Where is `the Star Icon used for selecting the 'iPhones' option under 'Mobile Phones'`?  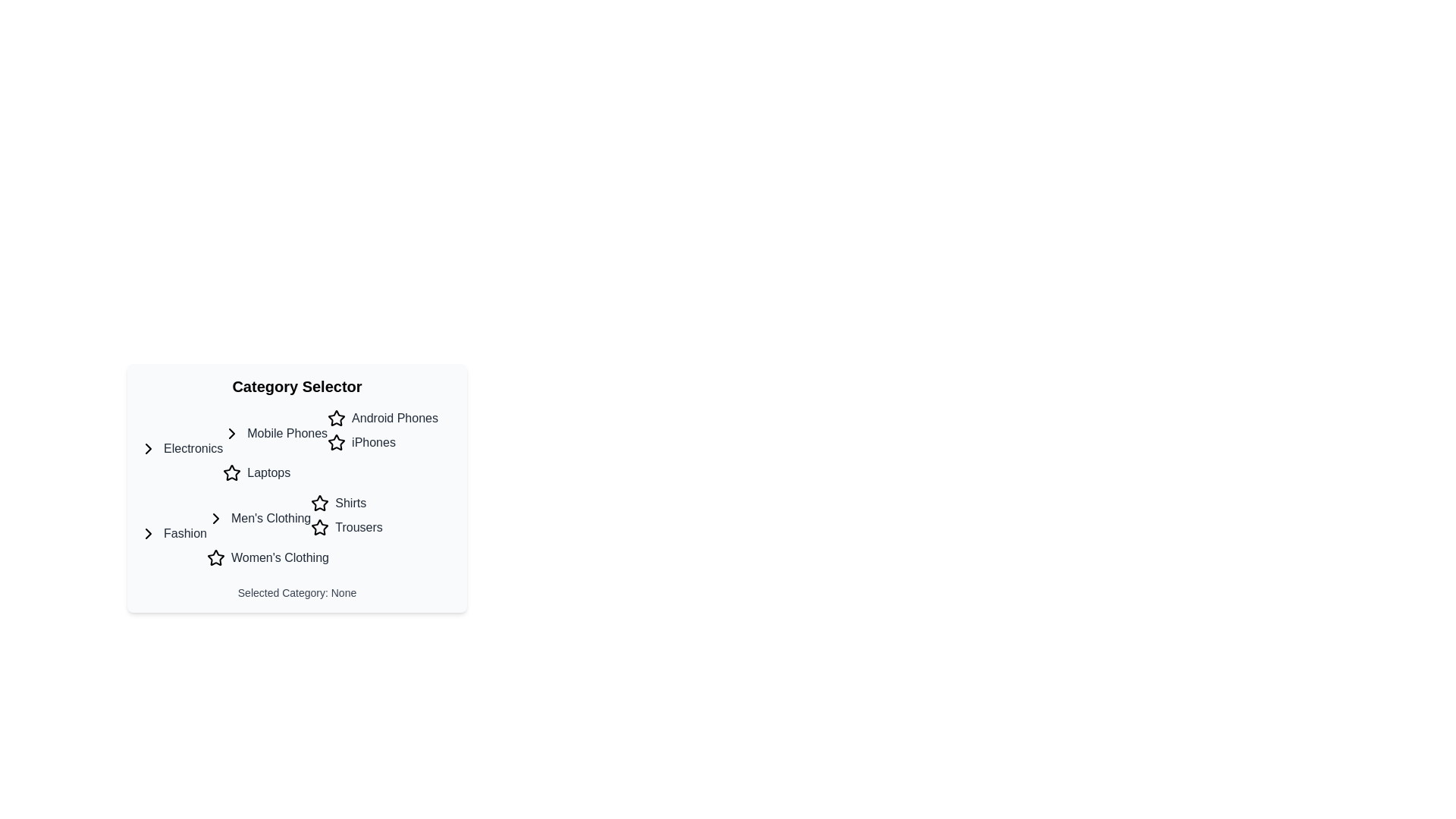
the Star Icon used for selecting the 'iPhones' option under 'Mobile Phones' is located at coordinates (336, 442).